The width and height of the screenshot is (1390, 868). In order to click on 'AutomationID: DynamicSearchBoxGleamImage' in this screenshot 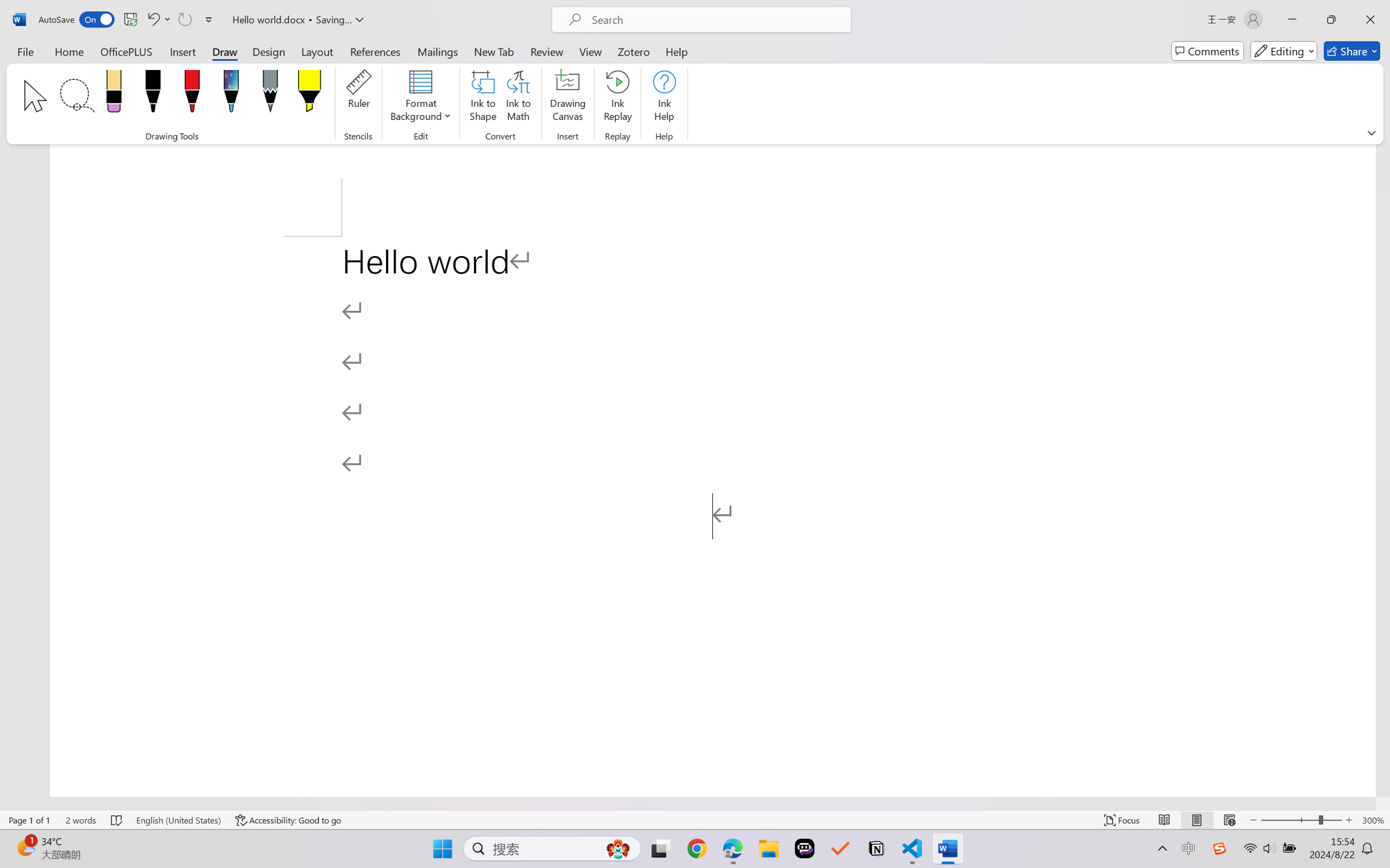, I will do `click(618, 848)`.